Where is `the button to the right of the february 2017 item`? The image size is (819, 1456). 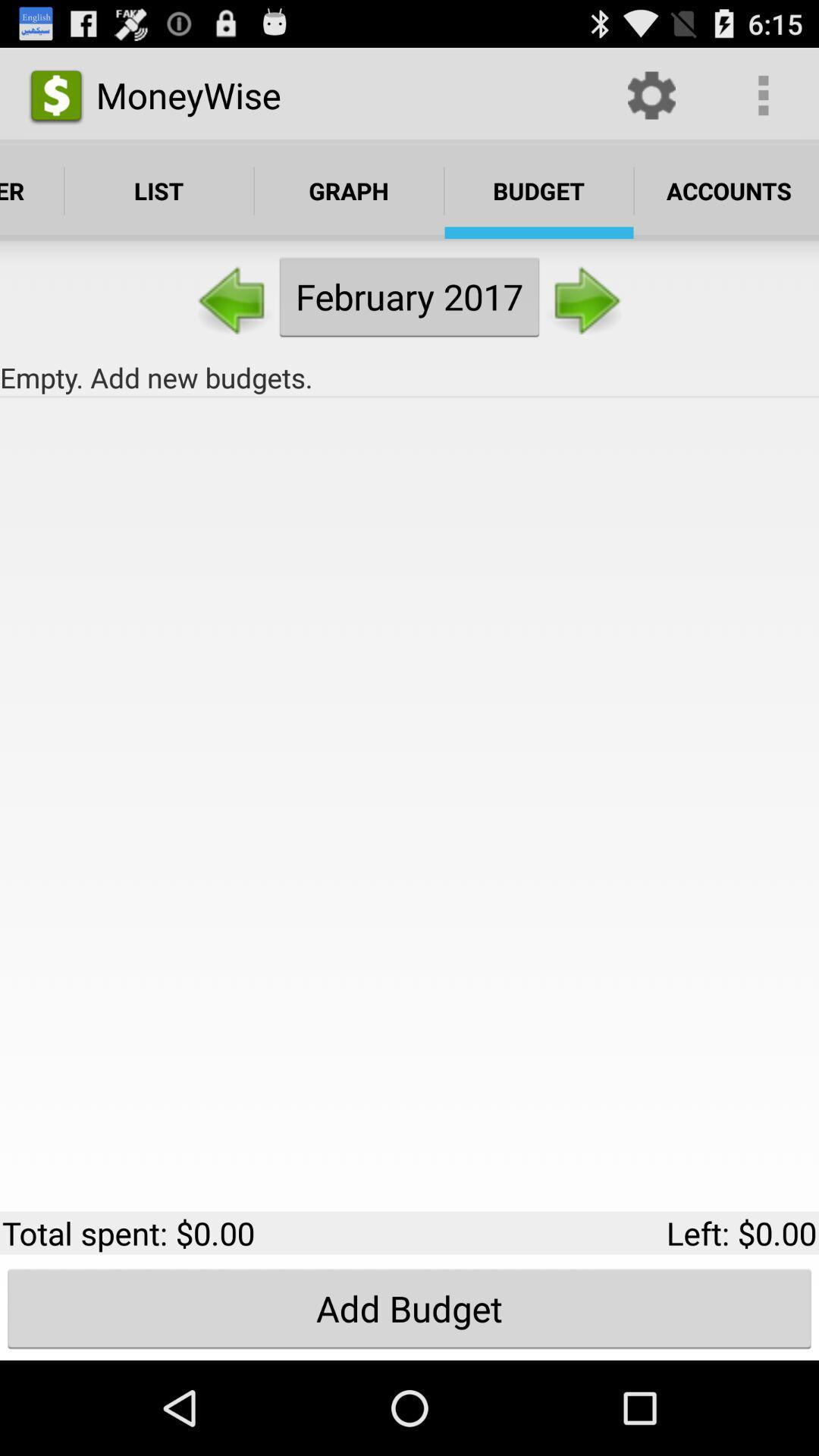 the button to the right of the february 2017 item is located at coordinates (584, 297).